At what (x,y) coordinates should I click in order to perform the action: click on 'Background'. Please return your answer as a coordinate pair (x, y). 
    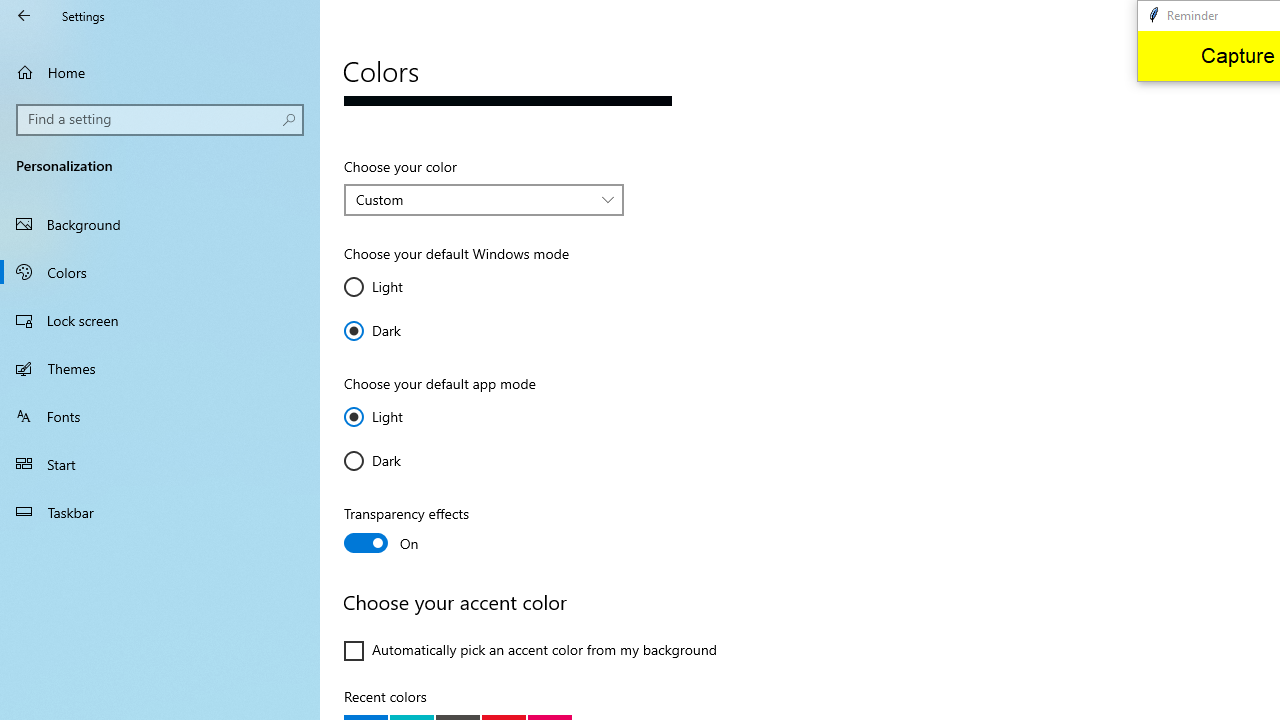
    Looking at the image, I should click on (160, 223).